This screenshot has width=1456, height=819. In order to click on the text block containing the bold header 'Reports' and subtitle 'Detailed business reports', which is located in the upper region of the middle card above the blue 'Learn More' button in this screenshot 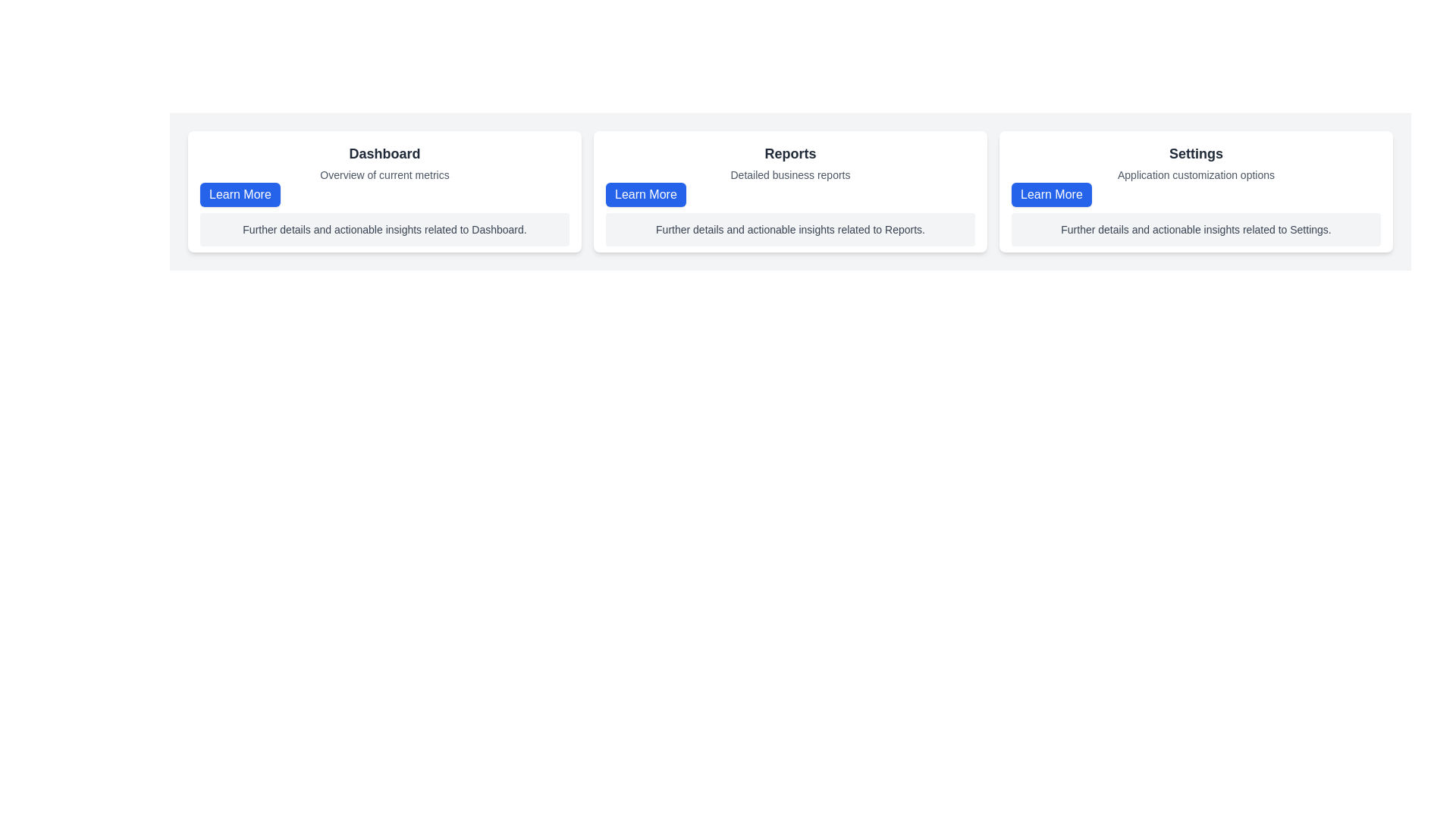, I will do `click(789, 163)`.